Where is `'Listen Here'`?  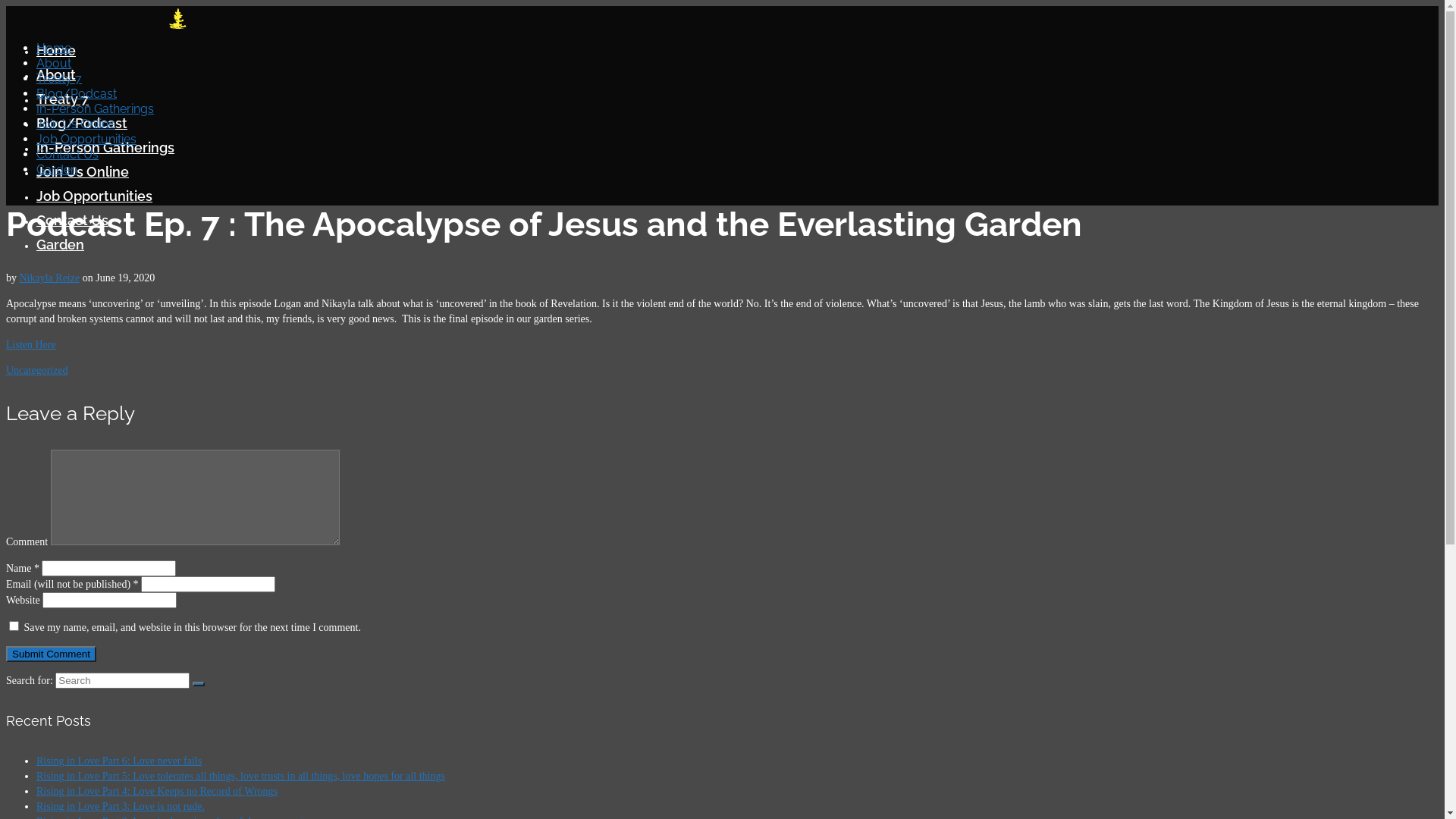 'Listen Here' is located at coordinates (6, 344).